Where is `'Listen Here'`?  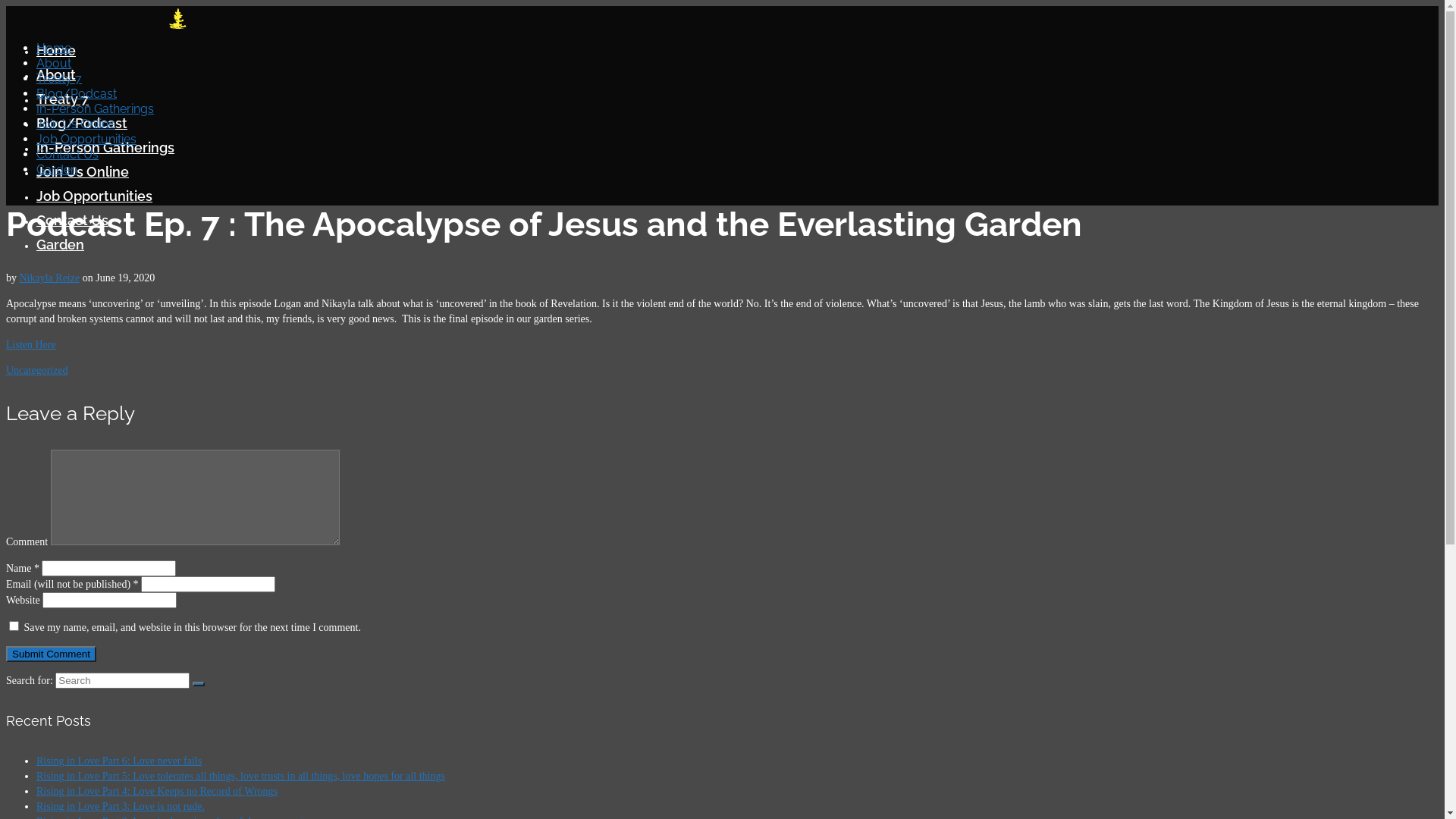 'Listen Here' is located at coordinates (6, 344).